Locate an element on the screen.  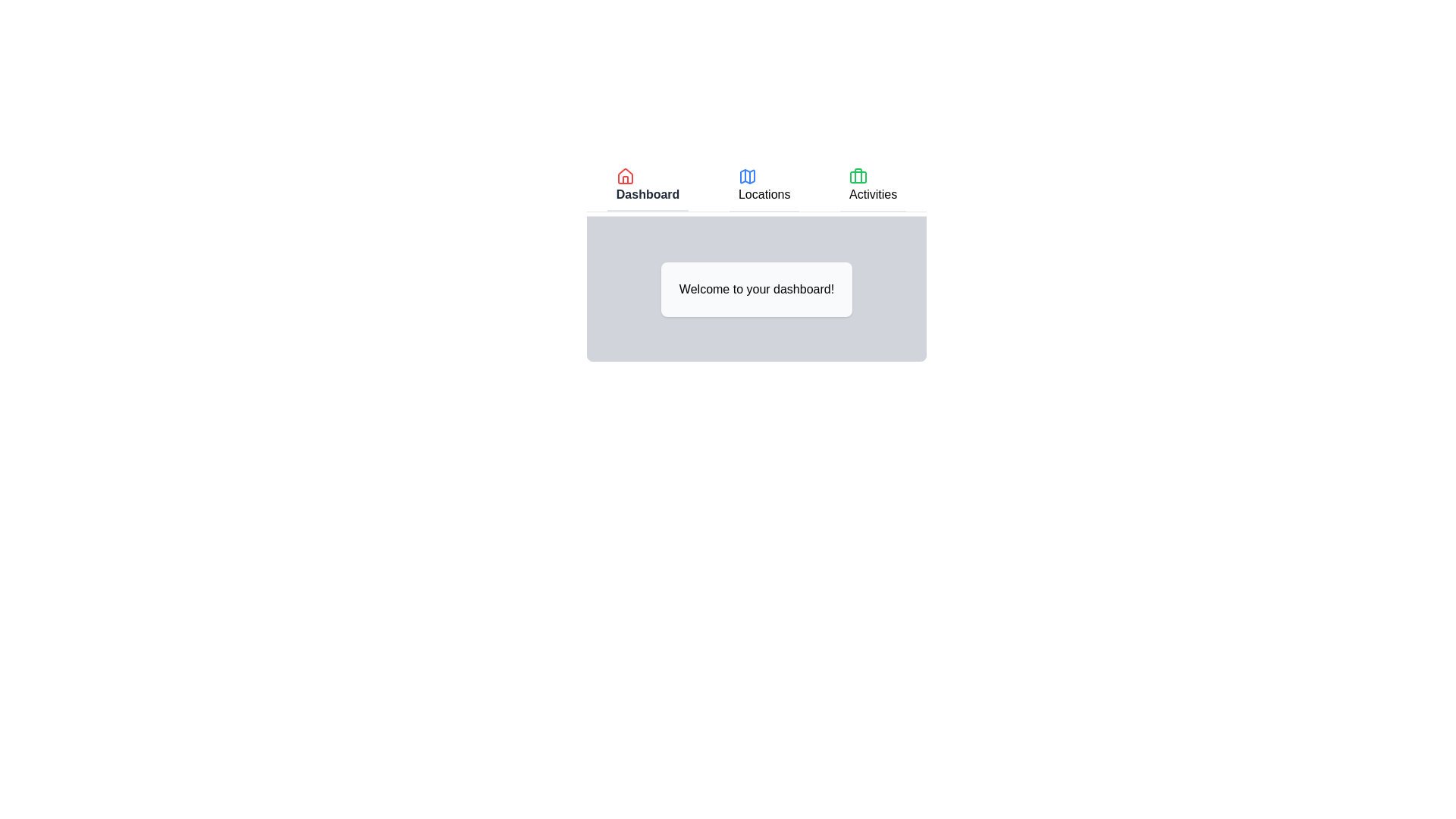
the Dashboard tab to view its content is located at coordinates (648, 186).